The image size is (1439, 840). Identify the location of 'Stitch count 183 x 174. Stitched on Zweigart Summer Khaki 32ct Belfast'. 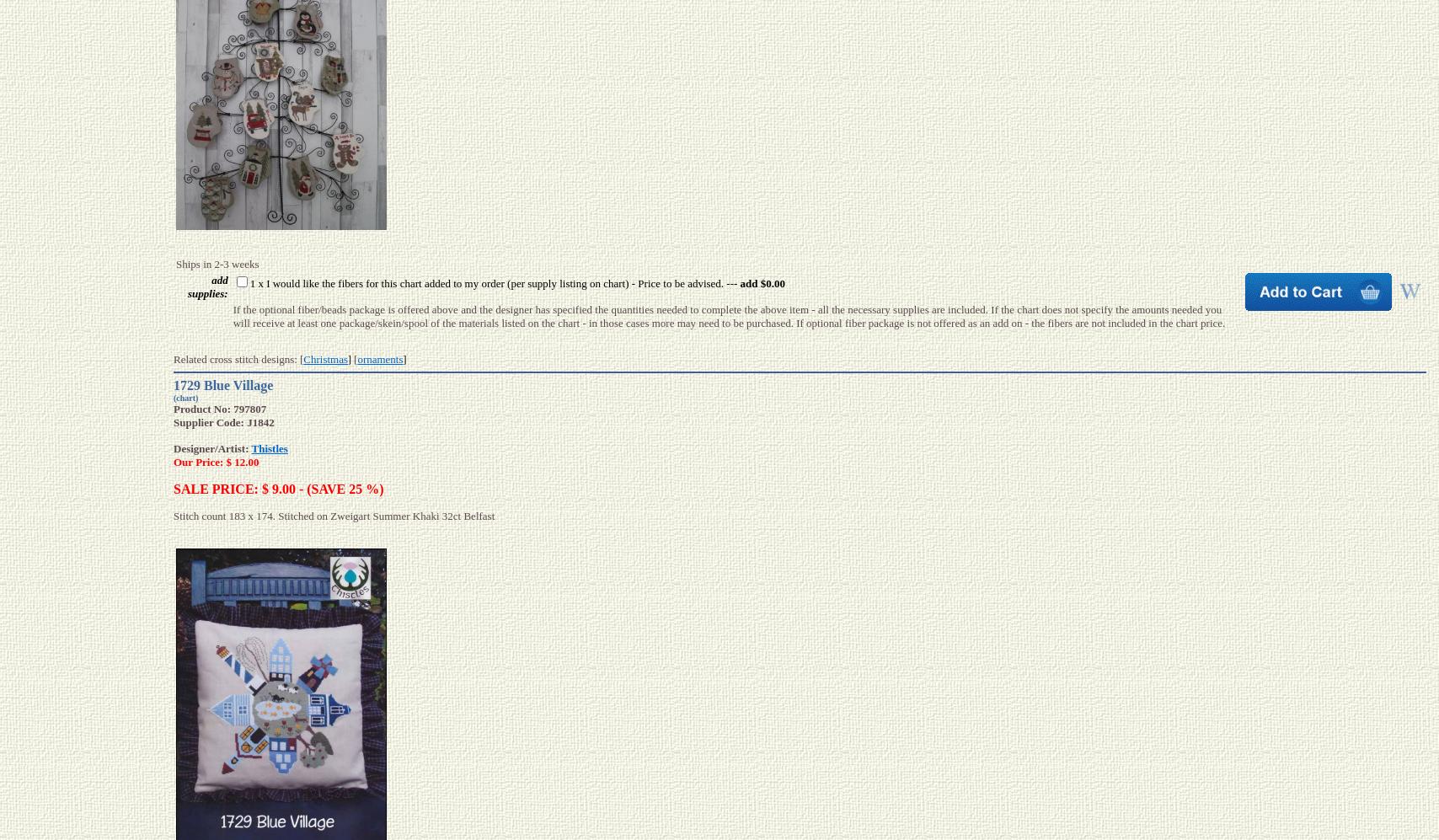
(334, 515).